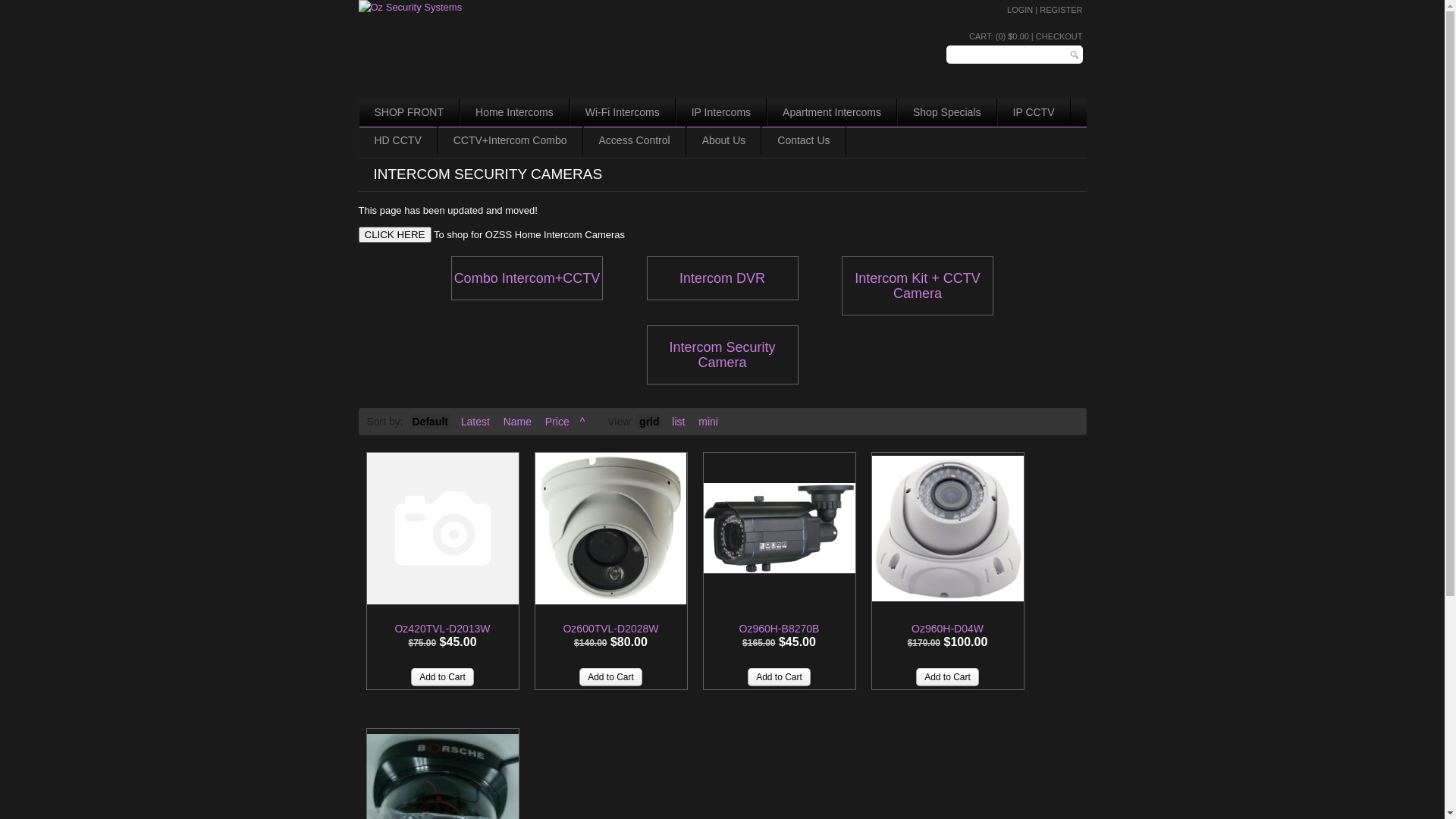 This screenshot has height=819, width=1456. What do you see at coordinates (720, 278) in the screenshot?
I see `'Intercom DVR'` at bounding box center [720, 278].